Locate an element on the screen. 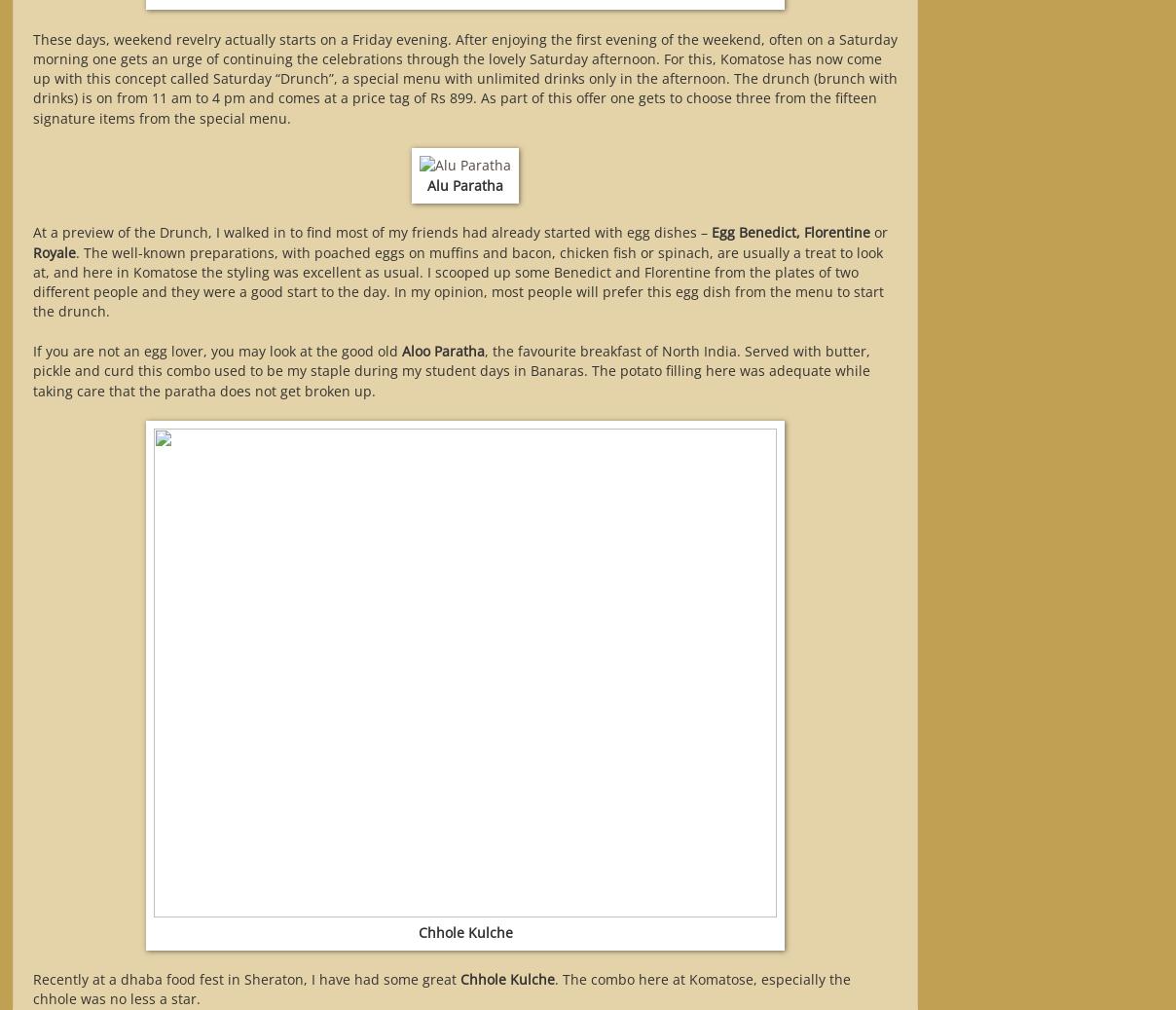 This screenshot has height=1010, width=1176. 'Recently at a dhaba food fest in Sheraton, I have had some great' is located at coordinates (246, 979).